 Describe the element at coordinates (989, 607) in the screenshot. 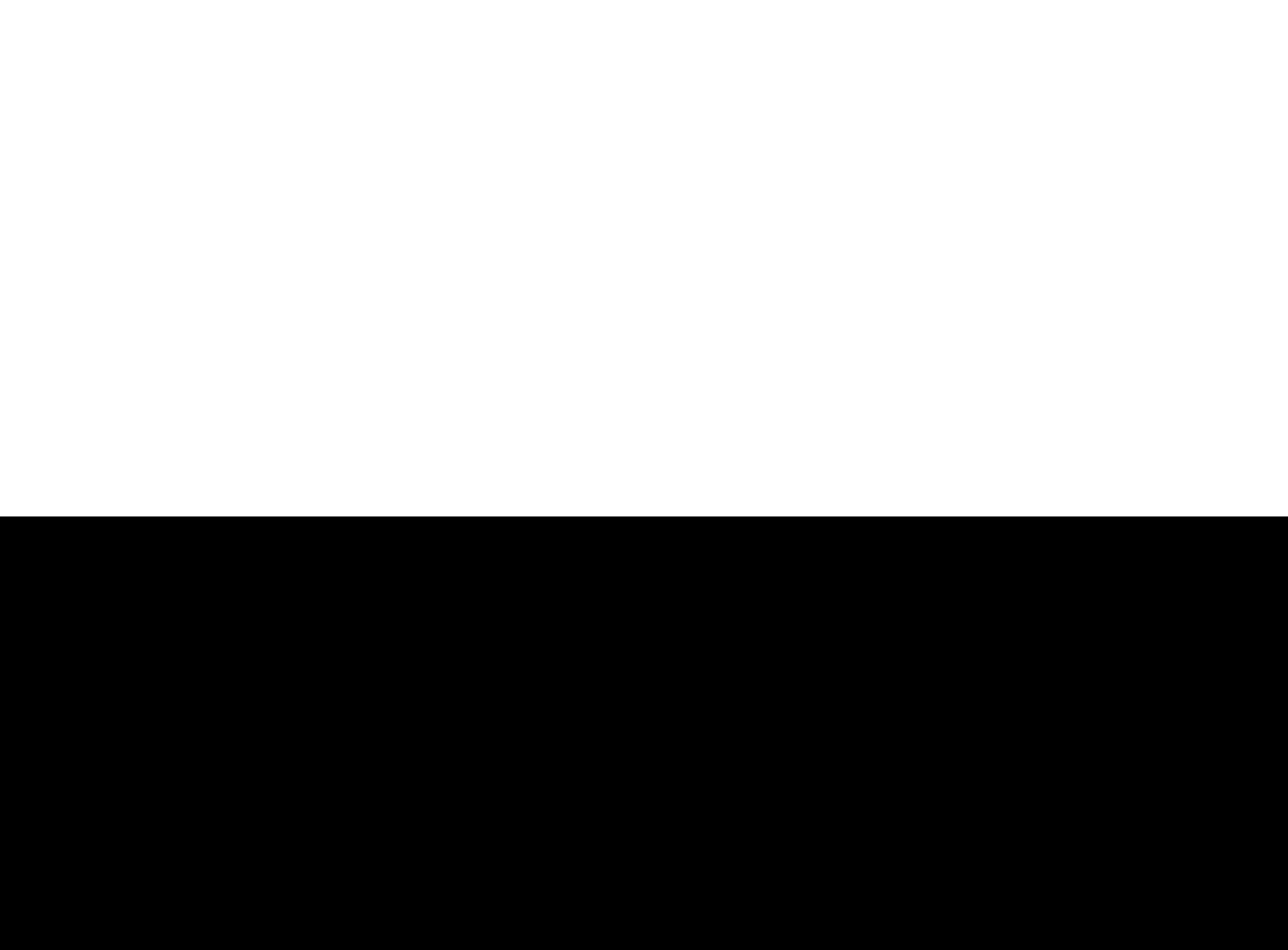

I see `'Partner with us'` at that location.